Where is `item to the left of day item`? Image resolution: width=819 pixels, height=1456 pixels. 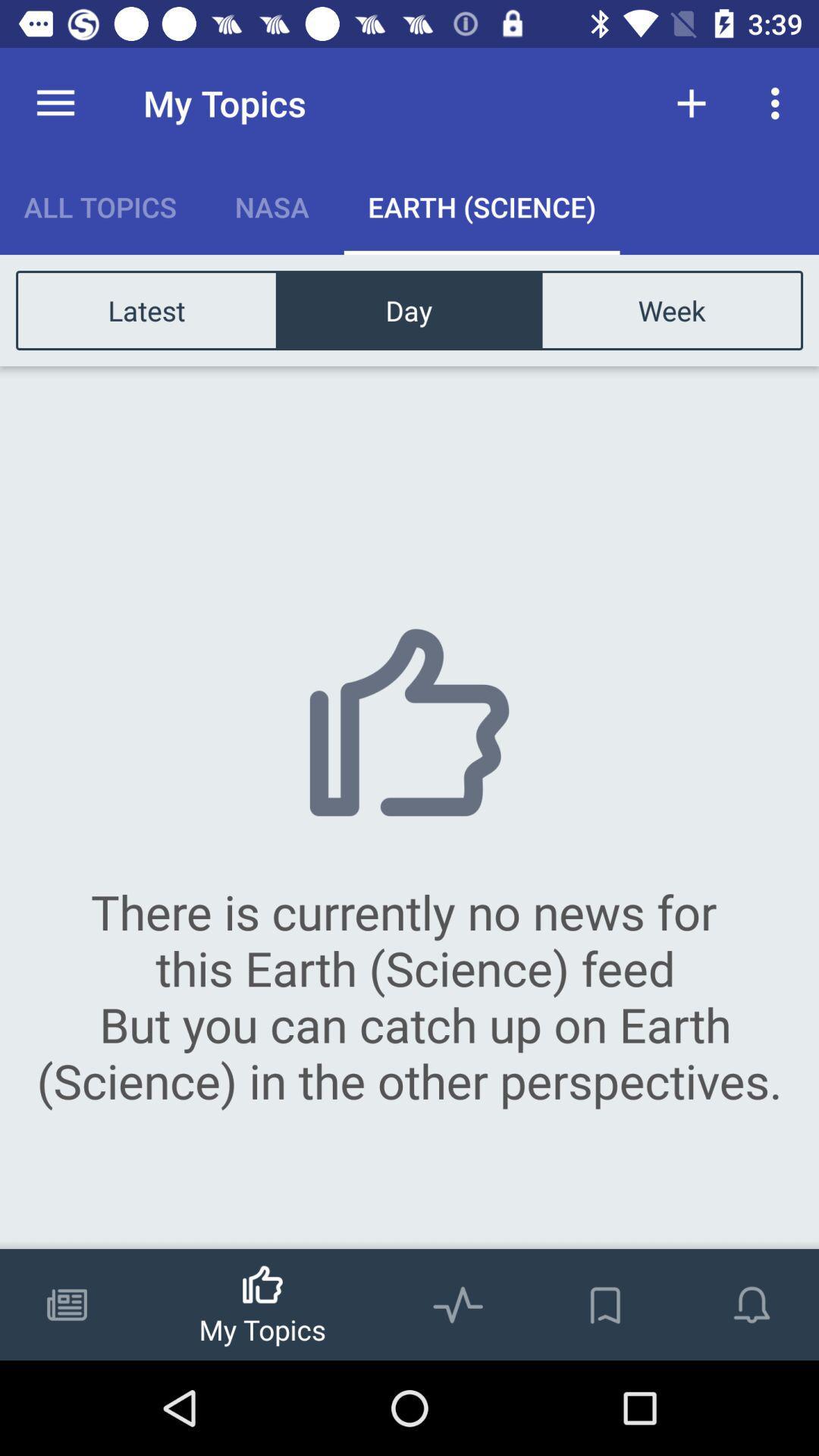
item to the left of day item is located at coordinates (146, 309).